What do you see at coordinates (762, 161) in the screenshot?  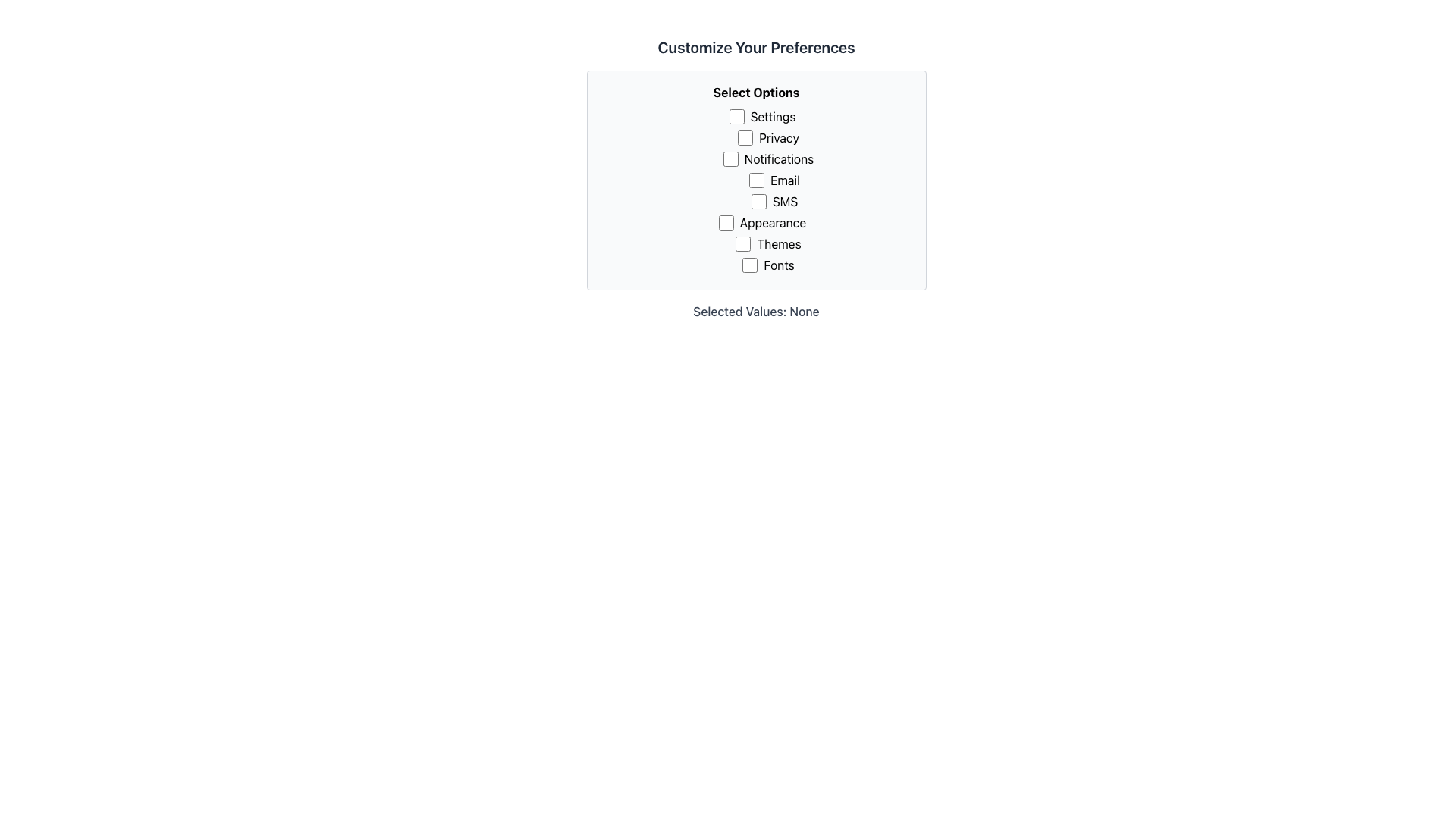 I see `the checkbox in the Interactive List with Checkboxes` at bounding box center [762, 161].